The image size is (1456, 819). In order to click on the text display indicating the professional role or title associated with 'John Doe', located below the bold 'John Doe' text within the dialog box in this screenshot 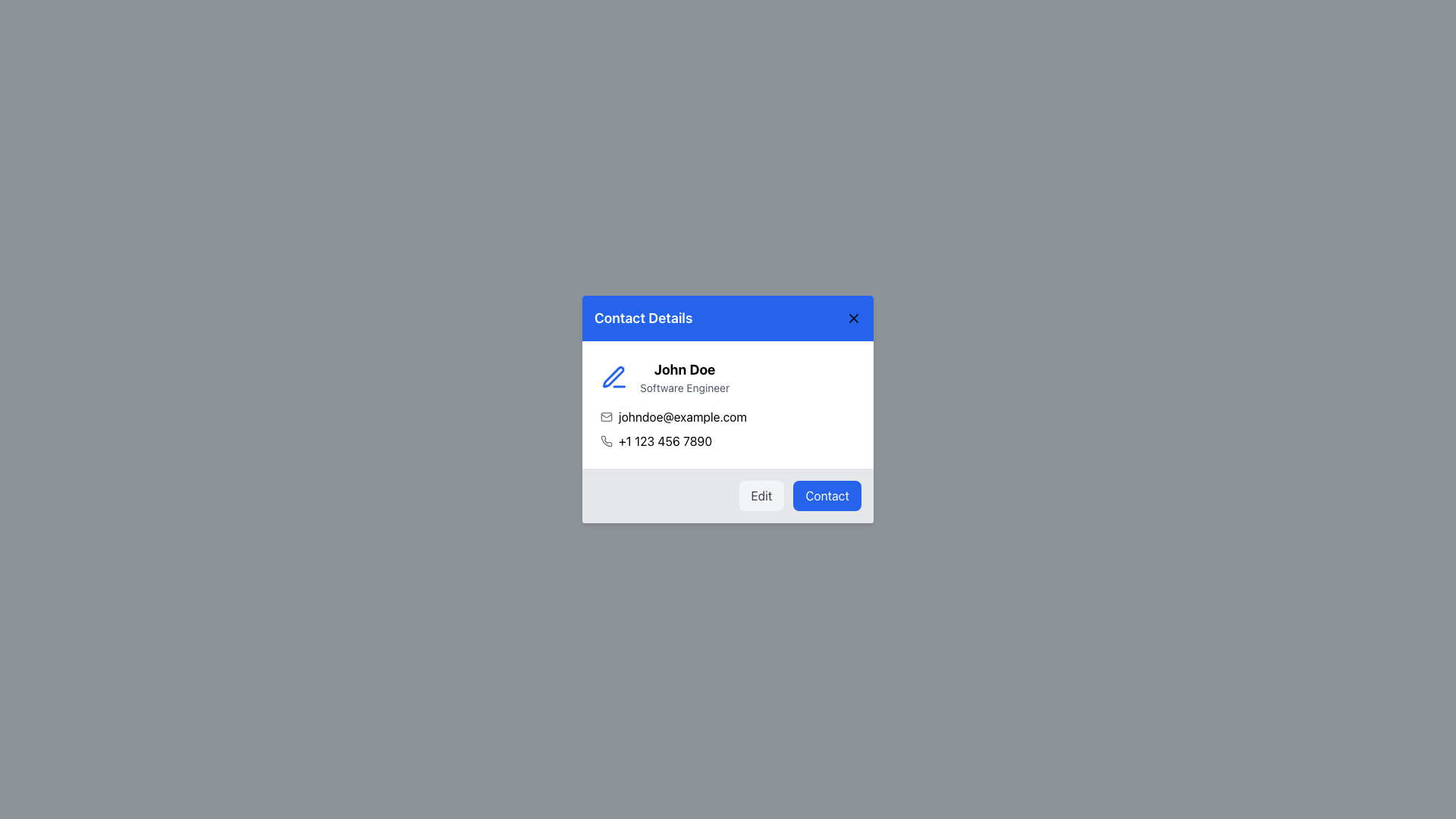, I will do `click(684, 388)`.